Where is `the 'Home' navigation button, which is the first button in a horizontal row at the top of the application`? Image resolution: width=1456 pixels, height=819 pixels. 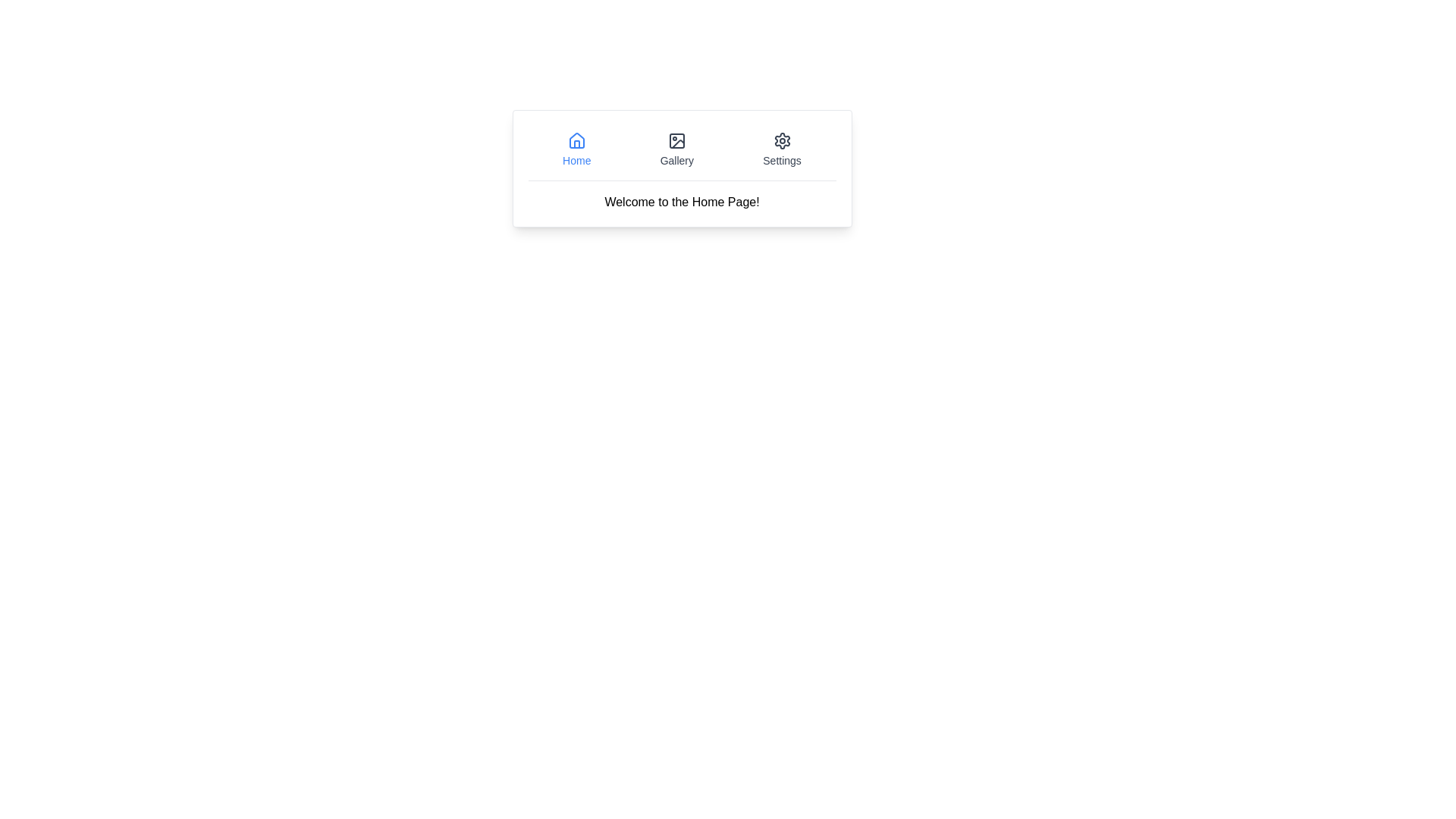
the 'Home' navigation button, which is the first button in a horizontal row at the top of the application is located at coordinates (576, 149).